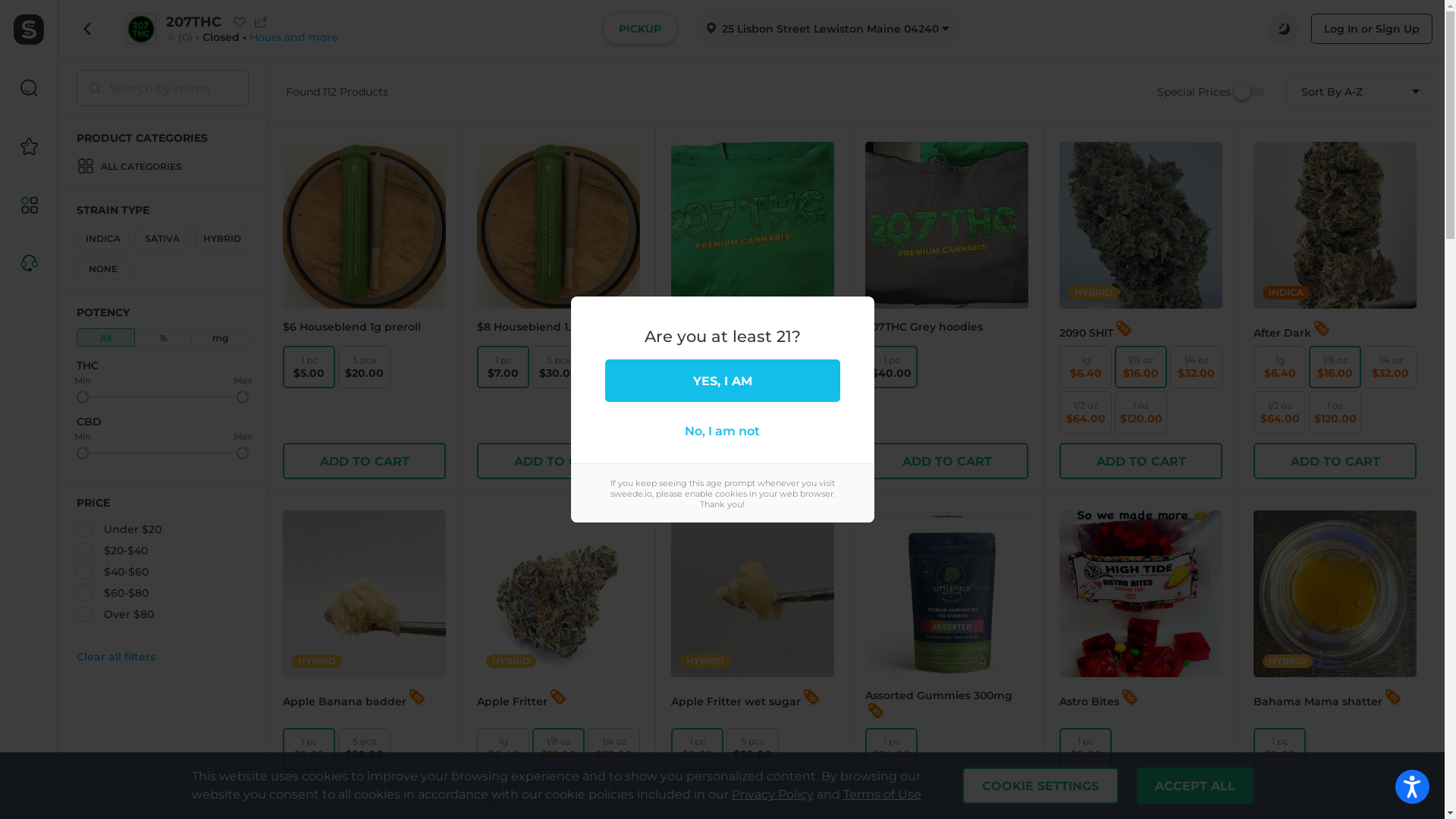  I want to click on '207THC Grey hoodies, so click(946, 309).